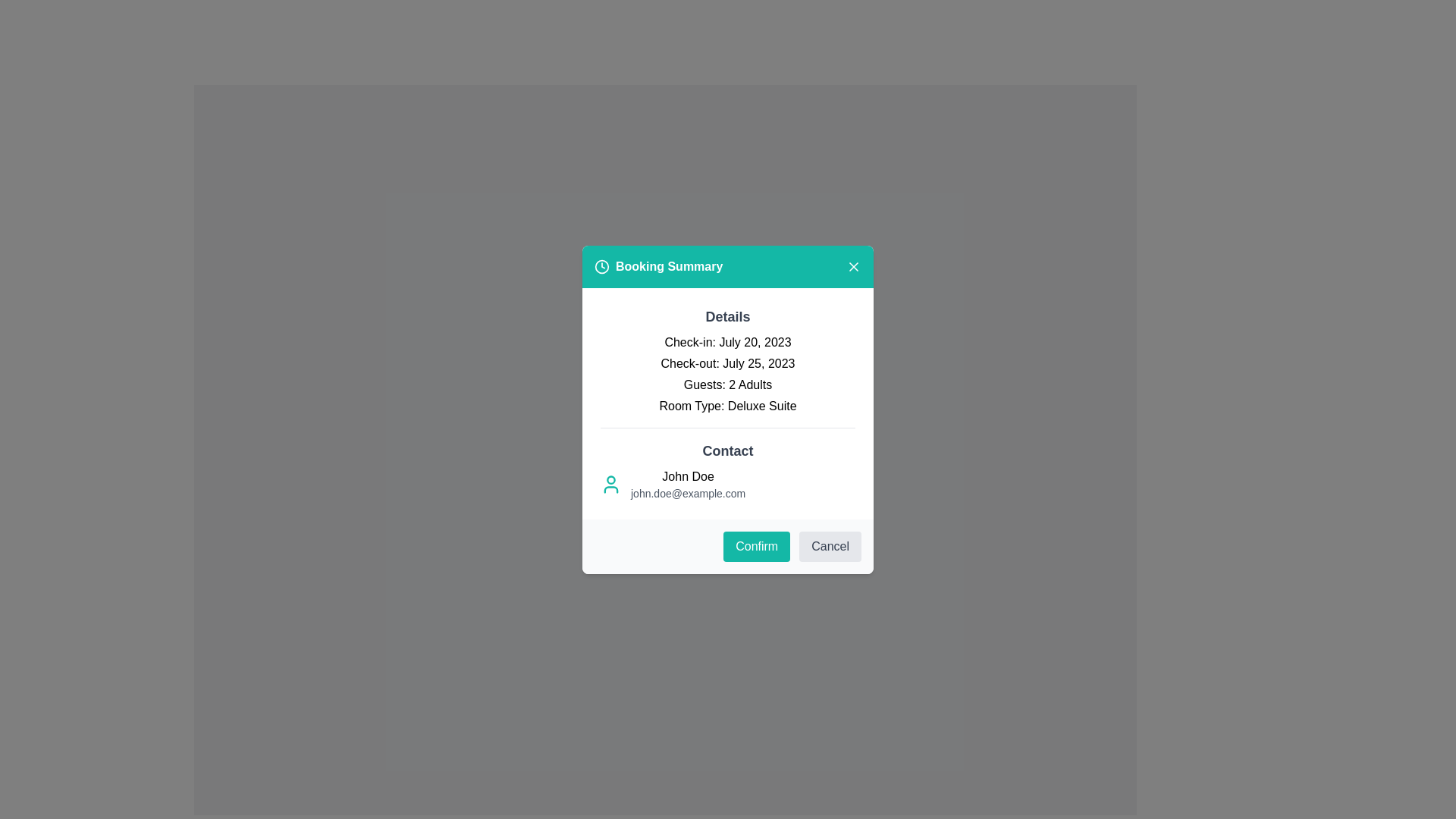 The width and height of the screenshot is (1456, 819). What do you see at coordinates (728, 363) in the screenshot?
I see `the check-out date label in the 'Booking Summary' modal, which is the second item in the vertical list under the 'Details' section` at bounding box center [728, 363].